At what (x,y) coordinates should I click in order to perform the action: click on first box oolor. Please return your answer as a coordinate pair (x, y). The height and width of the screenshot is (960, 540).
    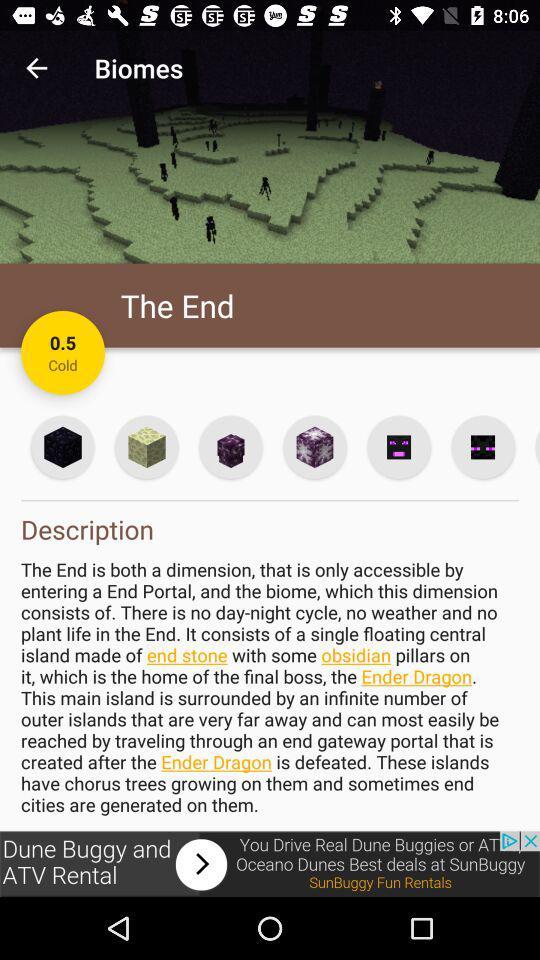
    Looking at the image, I should click on (63, 447).